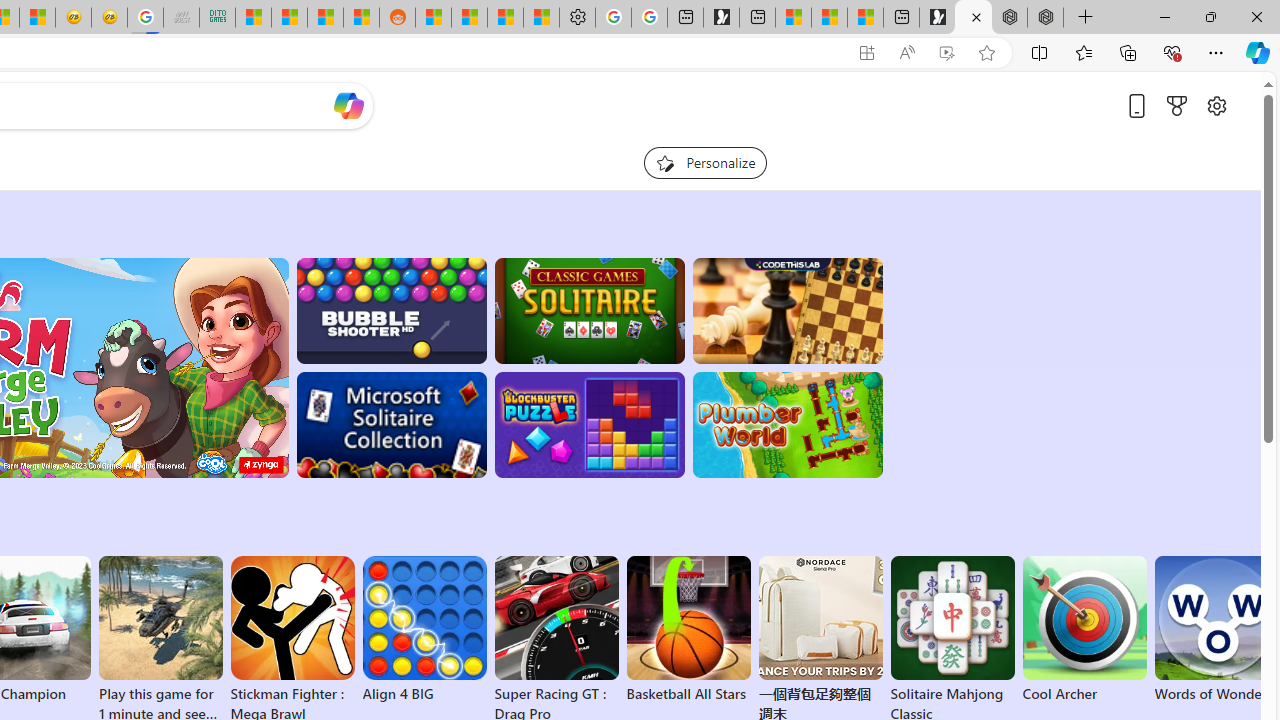 The image size is (1280, 720). Describe the element at coordinates (867, 52) in the screenshot. I see `'App available. Install Games from Microsoft Start'` at that location.